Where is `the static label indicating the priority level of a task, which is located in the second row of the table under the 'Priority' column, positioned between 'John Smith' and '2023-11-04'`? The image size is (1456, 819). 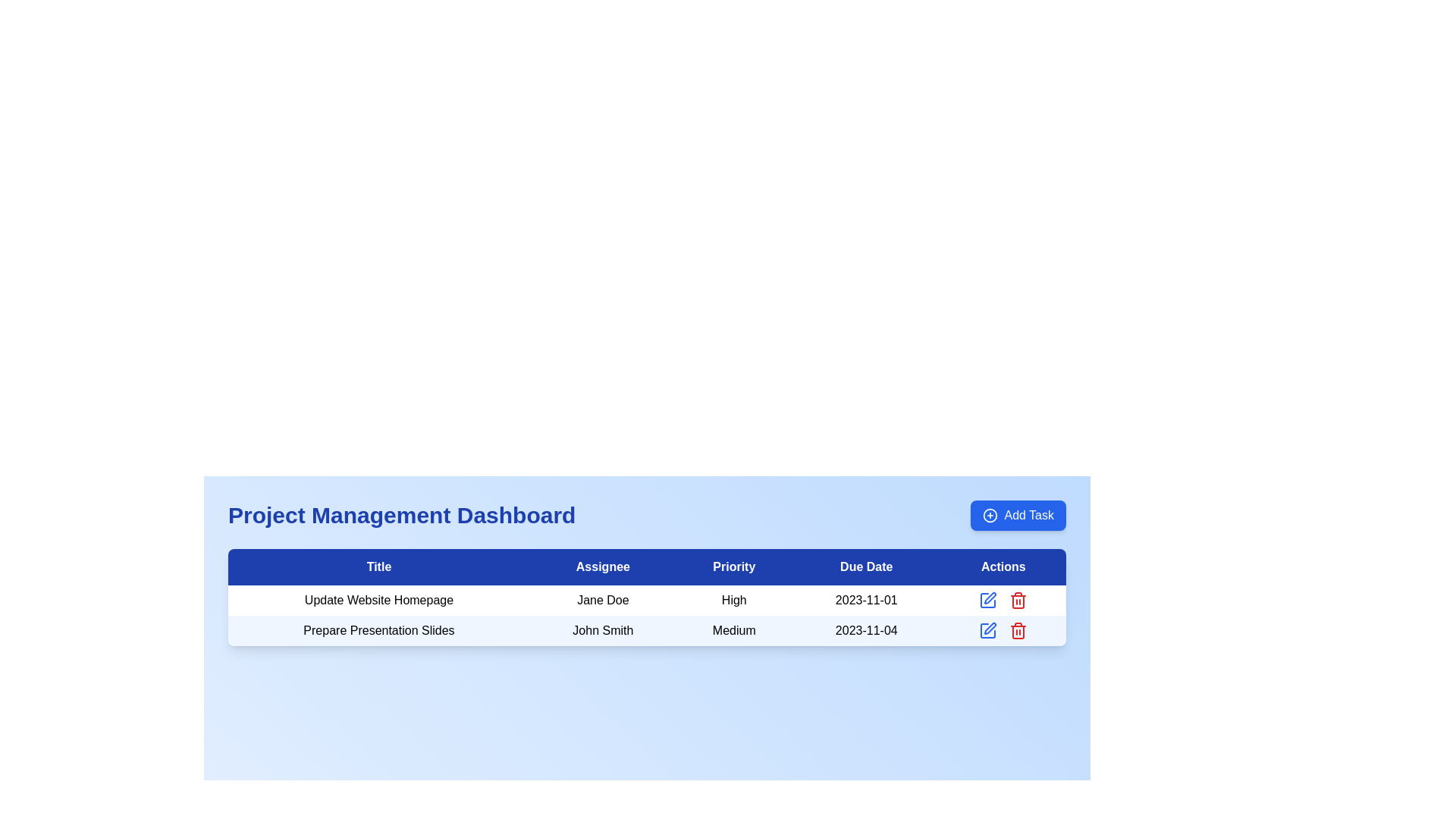
the static label indicating the priority level of a task, which is located in the second row of the table under the 'Priority' column, positioned between 'John Smith' and '2023-11-04' is located at coordinates (734, 631).